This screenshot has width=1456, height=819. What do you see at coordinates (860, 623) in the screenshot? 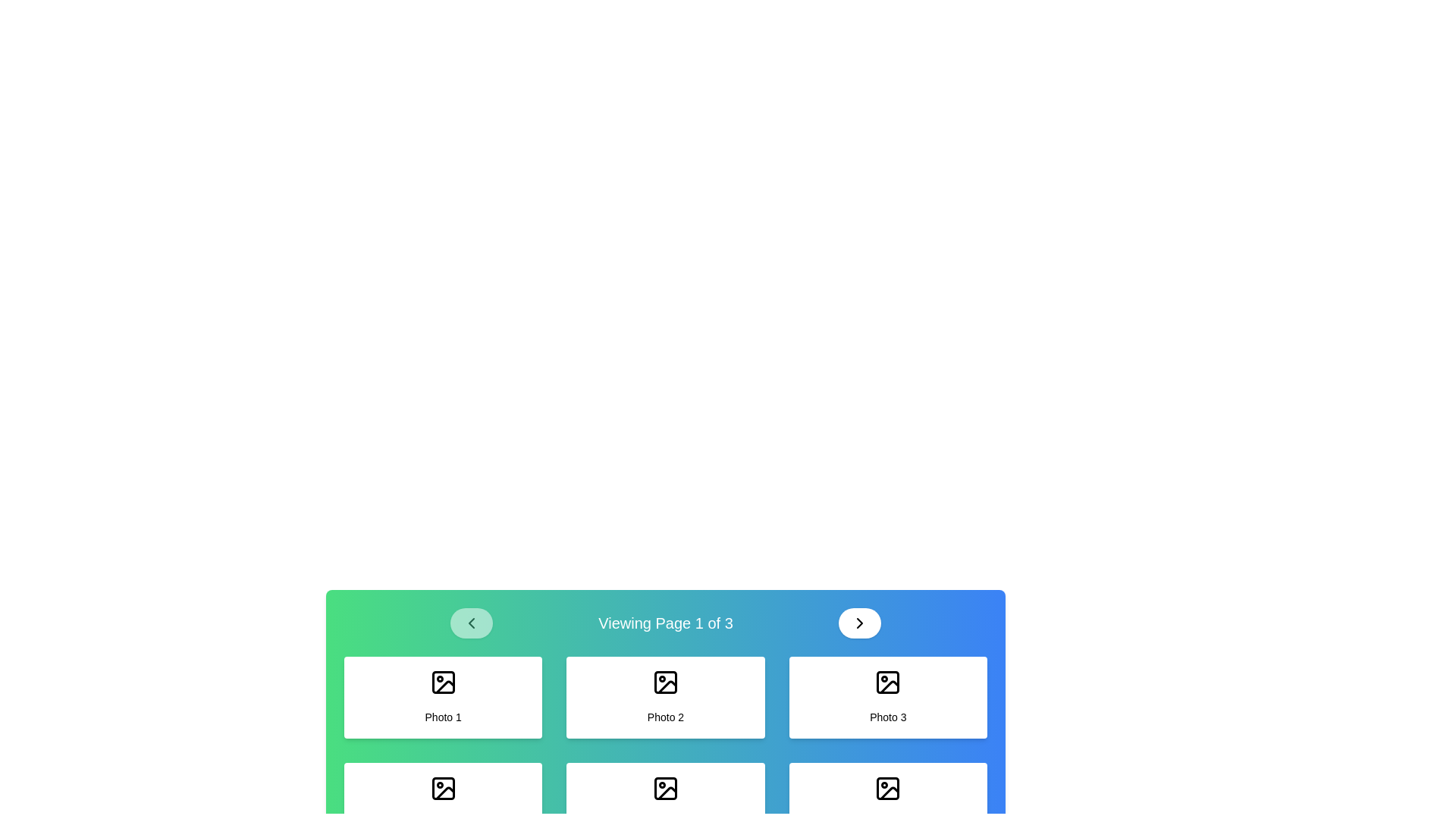
I see `the medium-sized rightward pointing arrow icon located within a circular button in the blue-shaded right section of the footer, aligned horizontally with the text 'Viewing Page 1 of 3', for accessibility navigation` at bounding box center [860, 623].